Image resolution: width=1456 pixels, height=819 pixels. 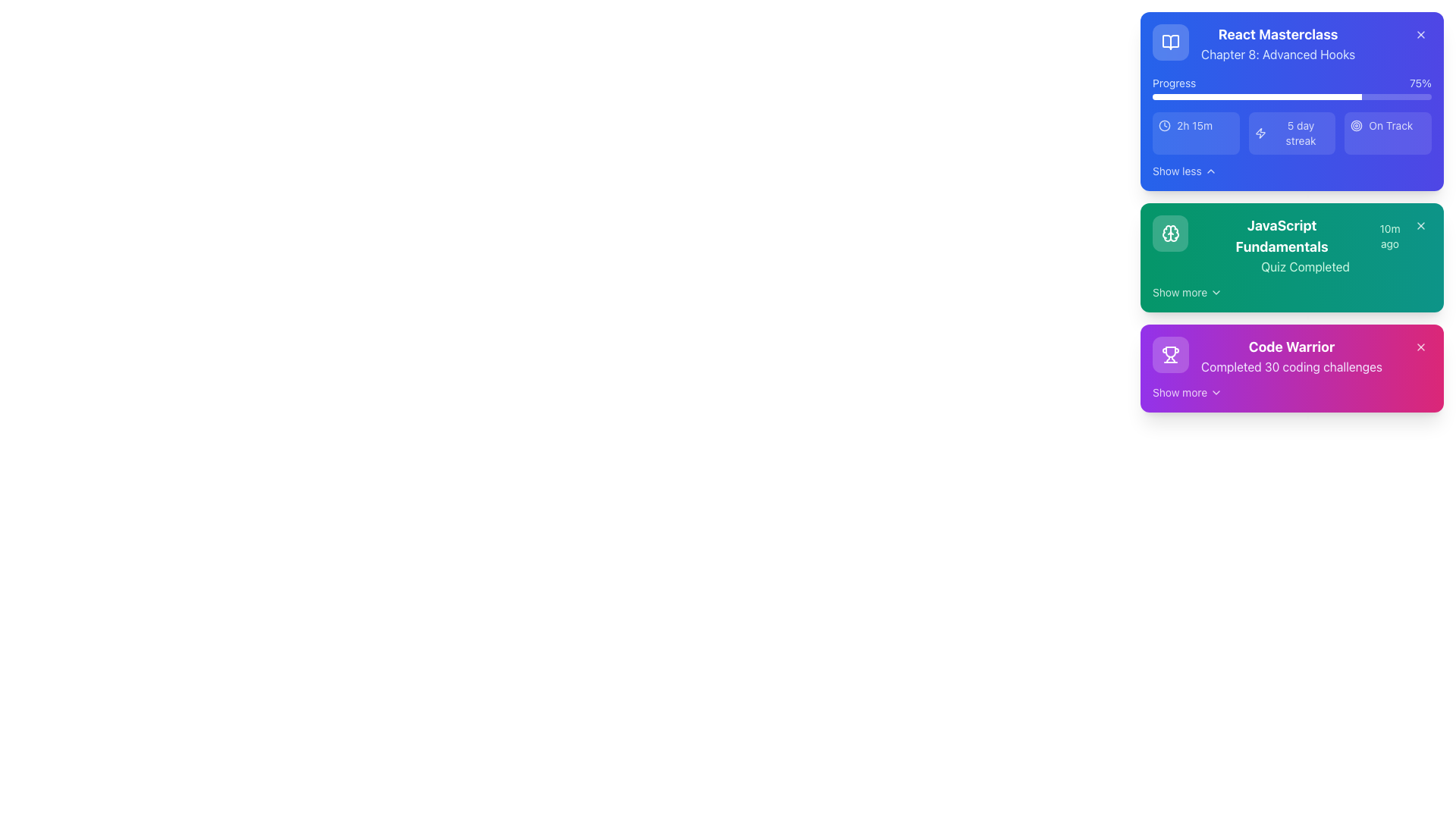 I want to click on information displayed on the green Notification panel for 'JavaScript Fundamentals' which shows the header in bold white text, subtext 'Quiz Completed', and '10m ago' aligned to the right, so click(x=1291, y=212).